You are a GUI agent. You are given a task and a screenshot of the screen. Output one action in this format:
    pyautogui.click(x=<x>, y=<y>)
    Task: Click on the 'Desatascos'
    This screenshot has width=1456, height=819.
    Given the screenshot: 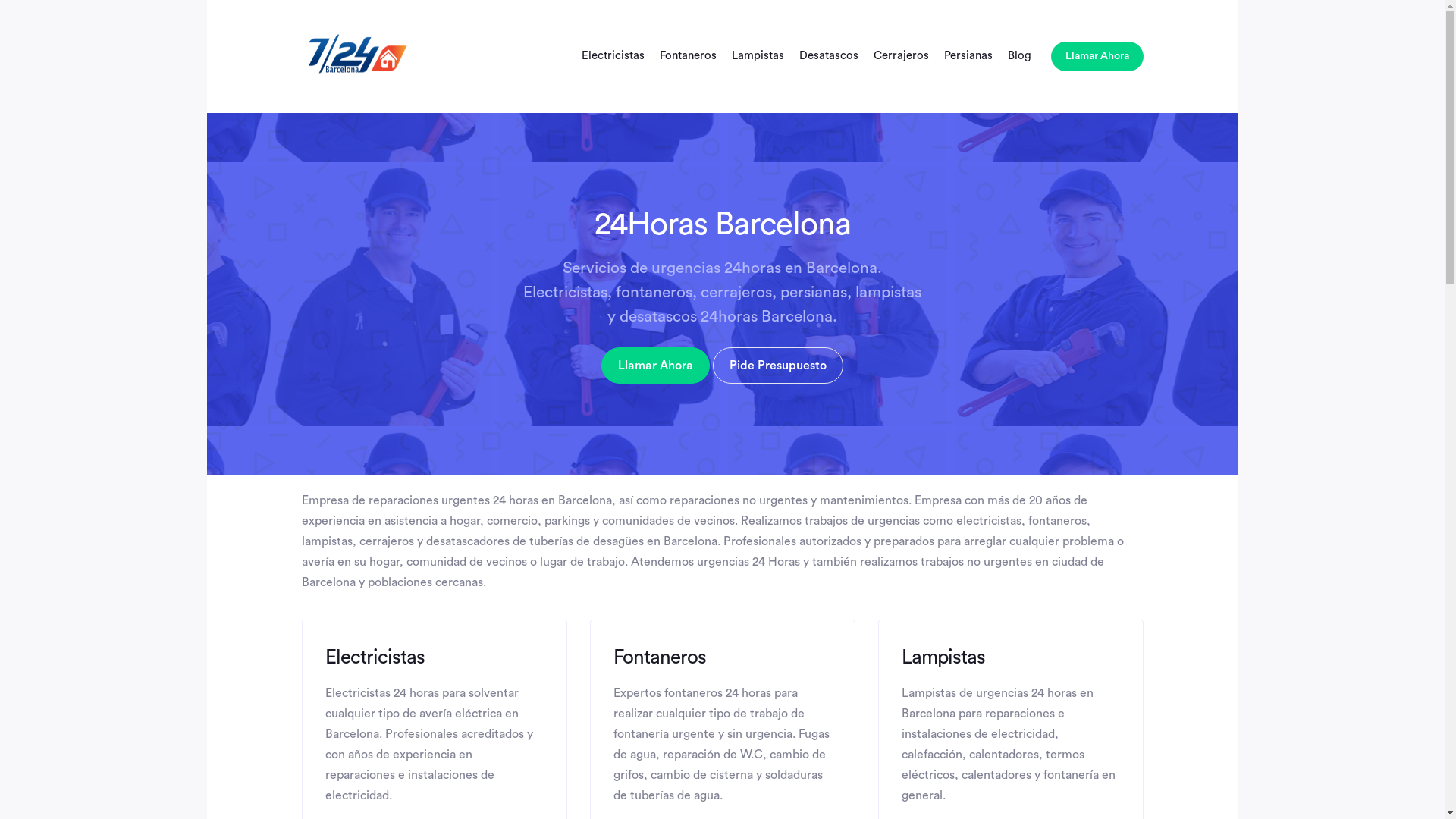 What is the action you would take?
    pyautogui.click(x=828, y=55)
    